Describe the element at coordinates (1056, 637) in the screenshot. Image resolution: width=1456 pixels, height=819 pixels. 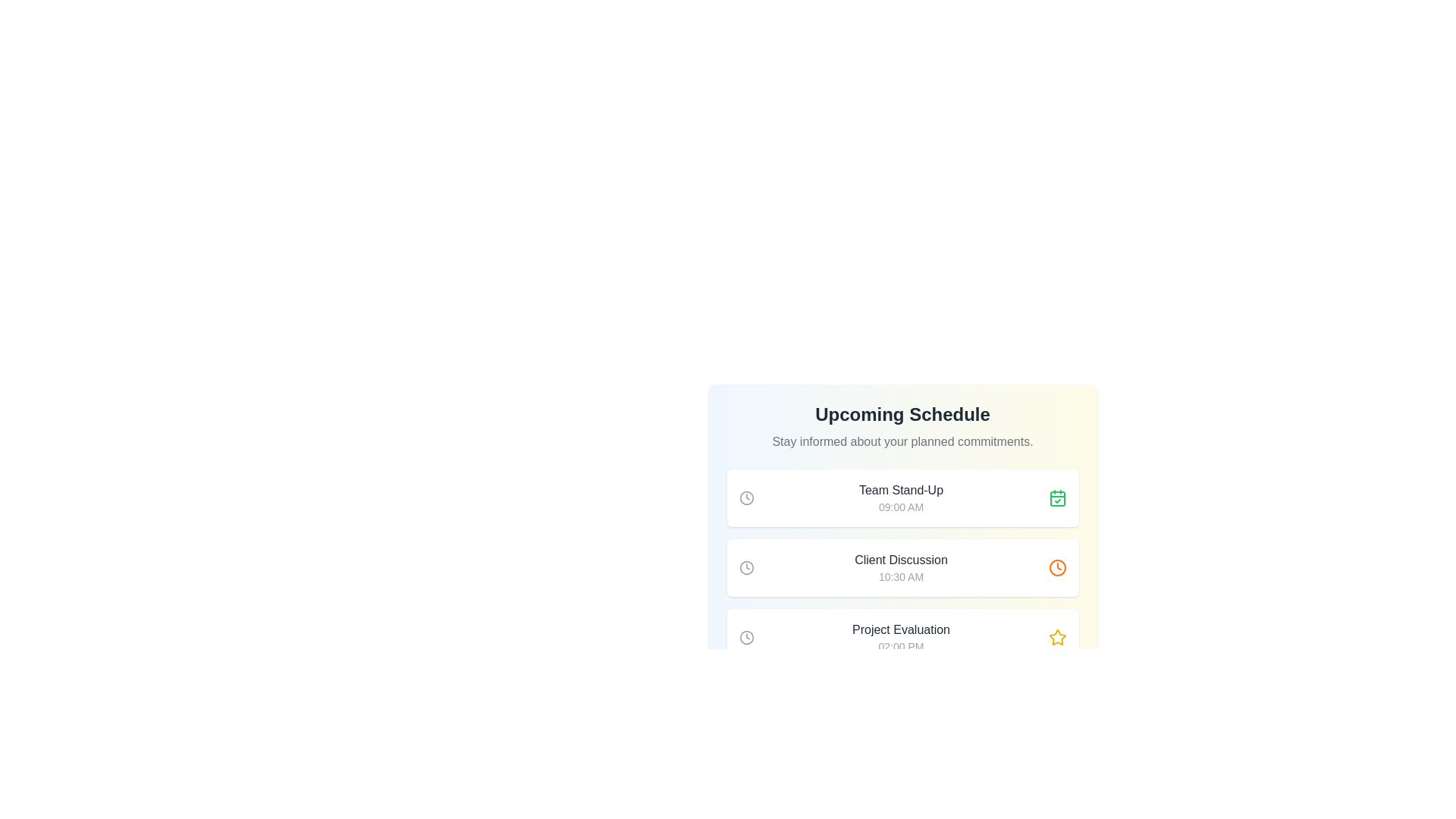
I see `the star-shaped icon with a yellow outline, which indicates a rating or favorite marker, located in the 'Project Evaluation' entry of the 'Upcoming Schedule' interface` at that location.